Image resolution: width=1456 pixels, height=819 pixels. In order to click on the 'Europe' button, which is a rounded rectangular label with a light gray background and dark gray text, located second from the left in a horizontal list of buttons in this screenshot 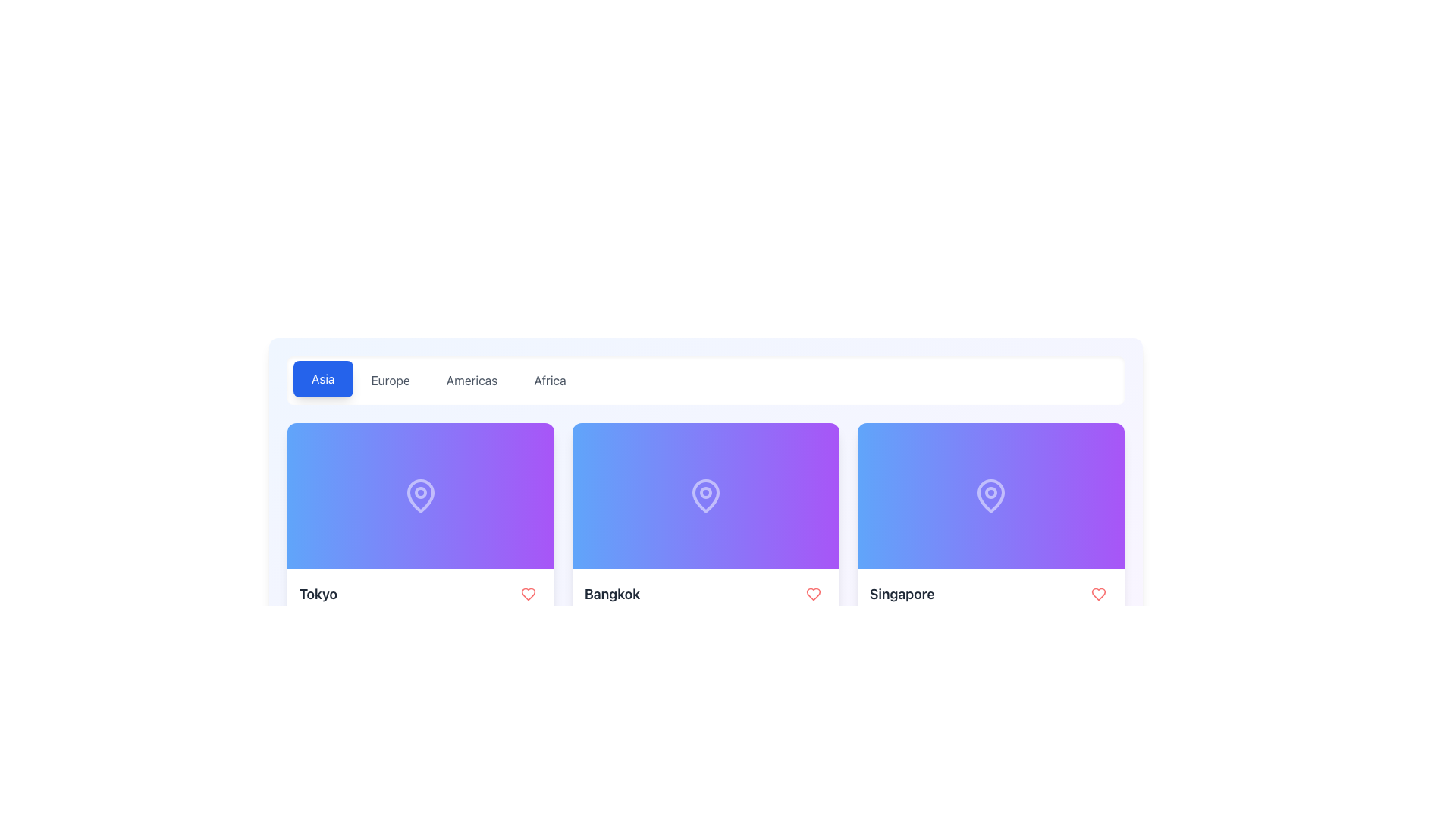, I will do `click(391, 379)`.